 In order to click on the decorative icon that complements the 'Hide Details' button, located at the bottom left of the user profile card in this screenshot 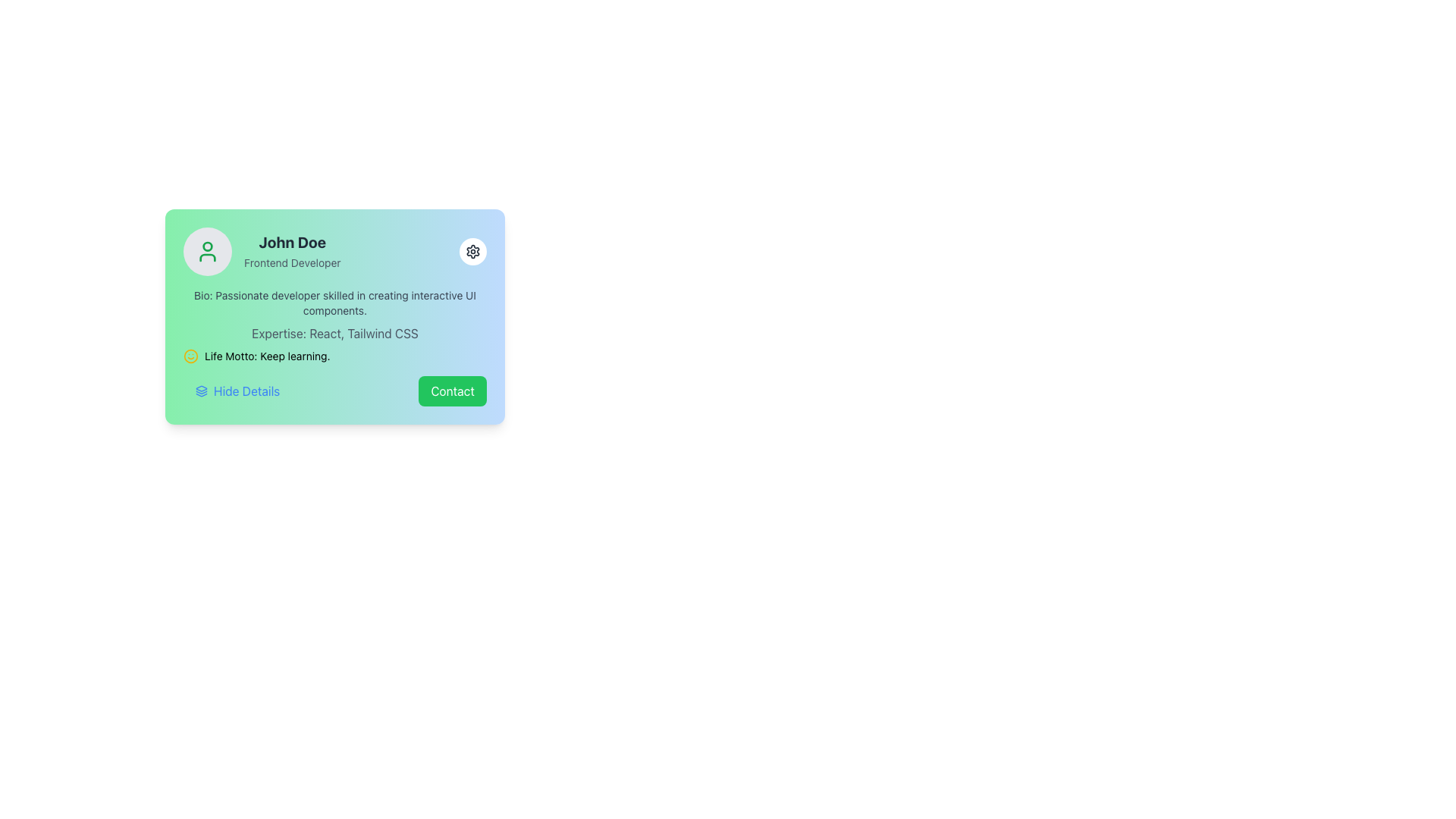, I will do `click(200, 391)`.